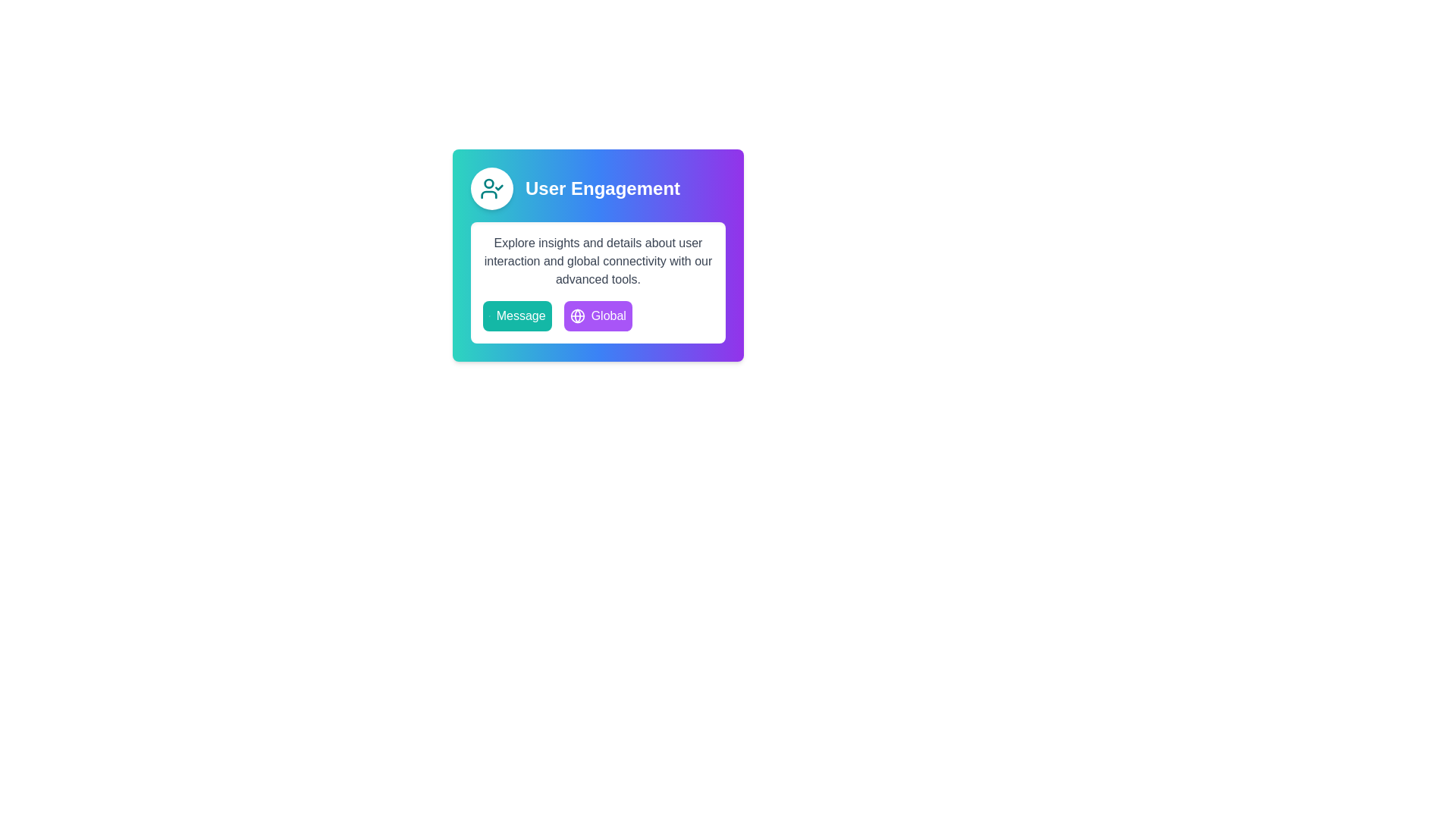 The height and width of the screenshot is (819, 1456). What do you see at coordinates (517, 315) in the screenshot?
I see `the rectangular teal button labeled 'Message'` at bounding box center [517, 315].